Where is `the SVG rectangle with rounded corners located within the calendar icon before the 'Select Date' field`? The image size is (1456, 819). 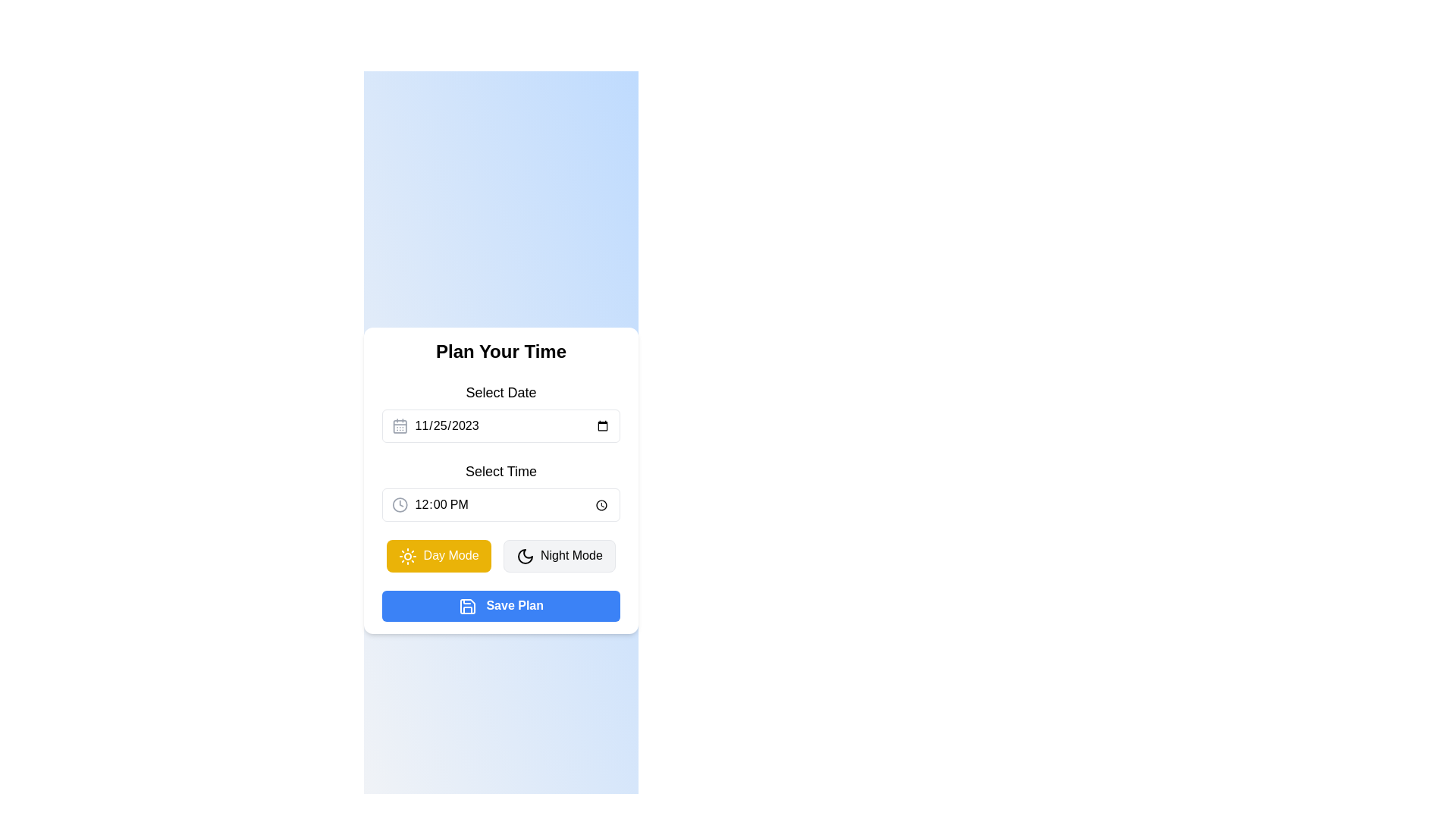
the SVG rectangle with rounded corners located within the calendar icon before the 'Select Date' field is located at coordinates (400, 427).